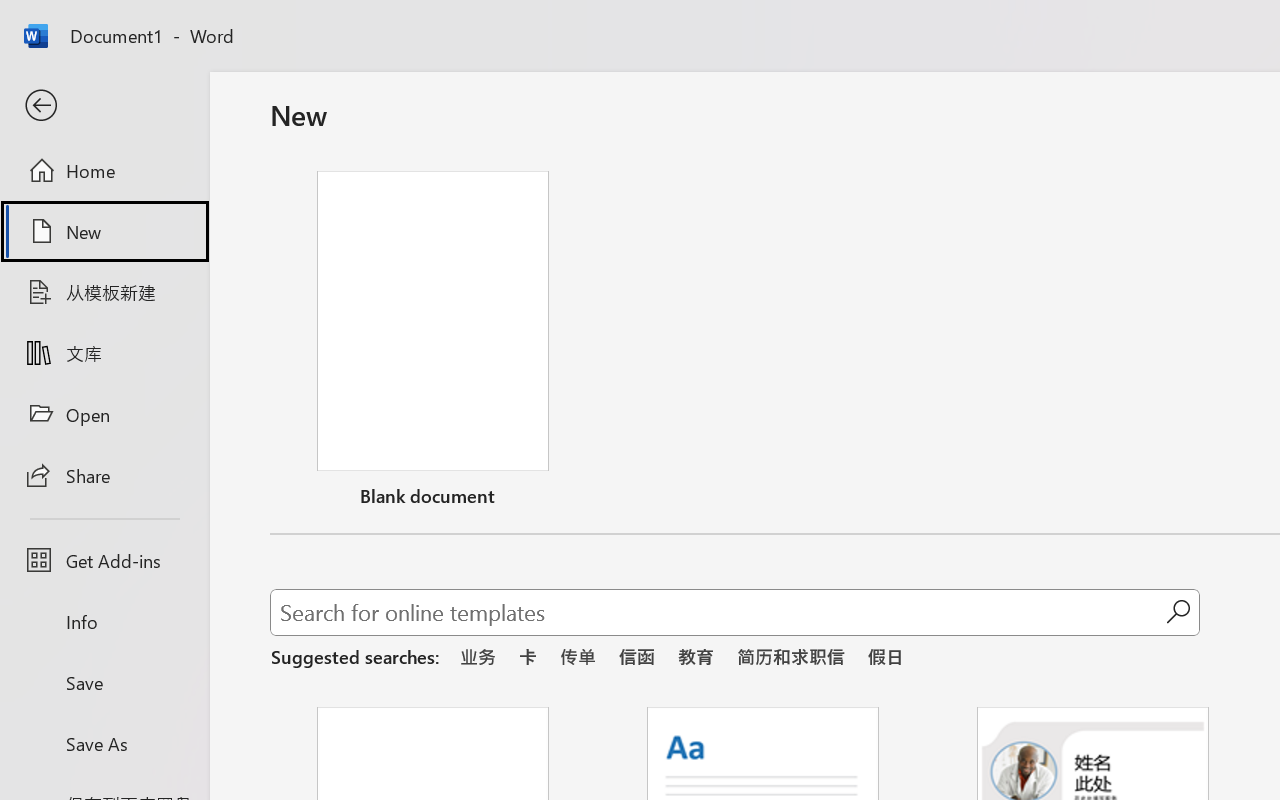 This screenshot has height=800, width=1280. I want to click on 'Start searching', so click(1178, 612).